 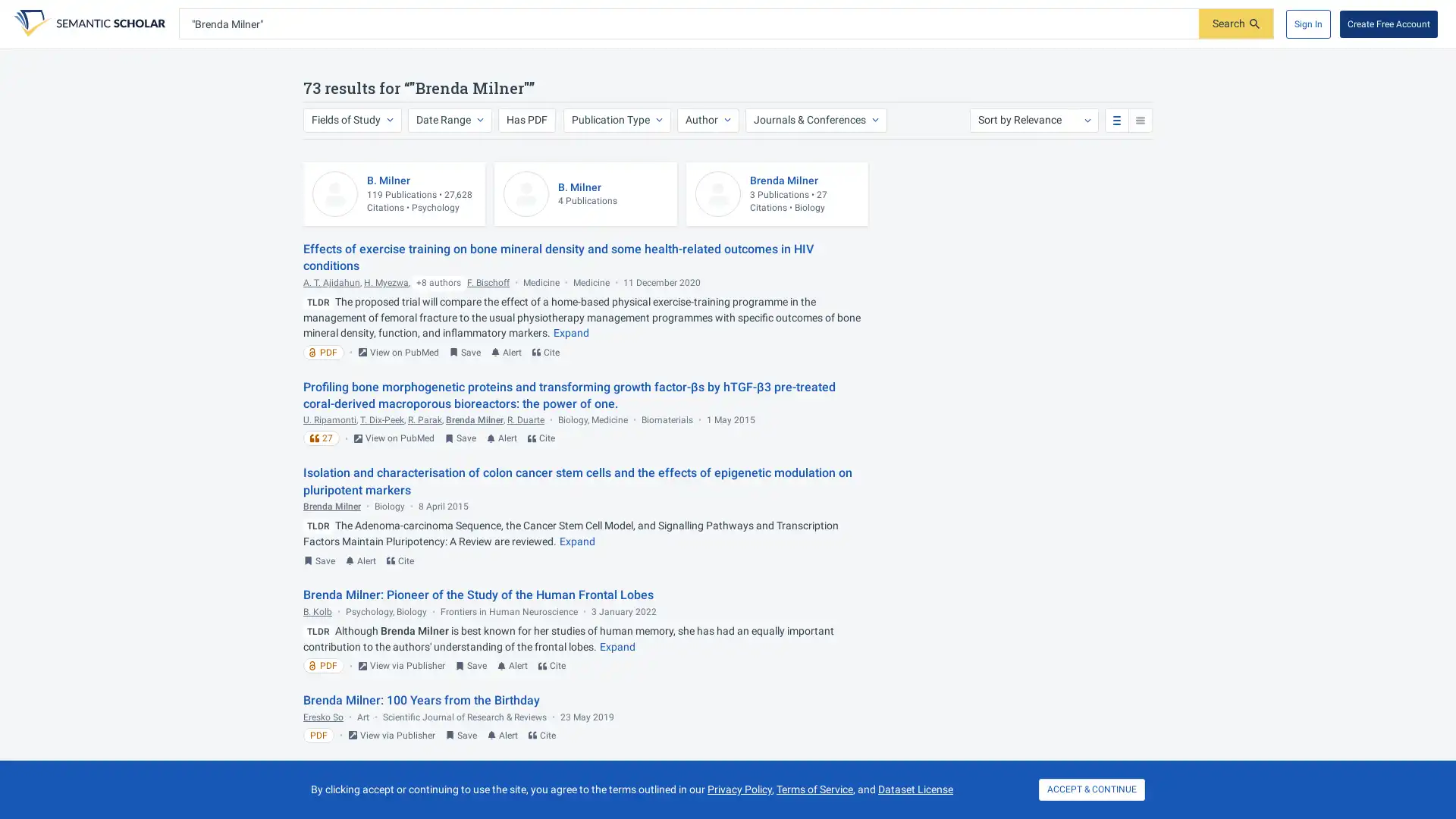 What do you see at coordinates (526, 119) in the screenshot?
I see `Has PDF` at bounding box center [526, 119].